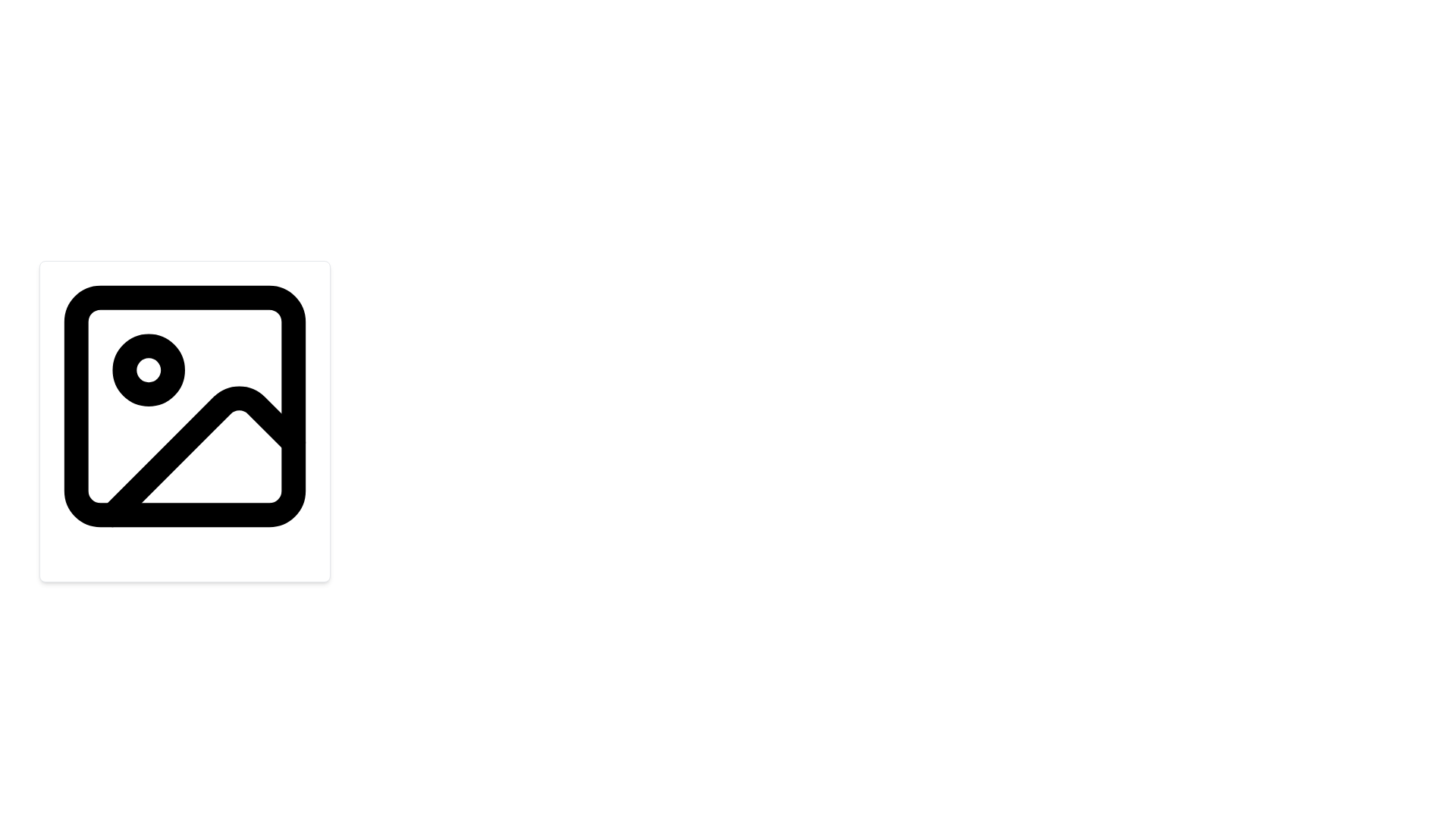  Describe the element at coordinates (184, 406) in the screenshot. I see `the image placeholder located at the top-center of the card layout, which serves as a visual component for displaying an image` at that location.